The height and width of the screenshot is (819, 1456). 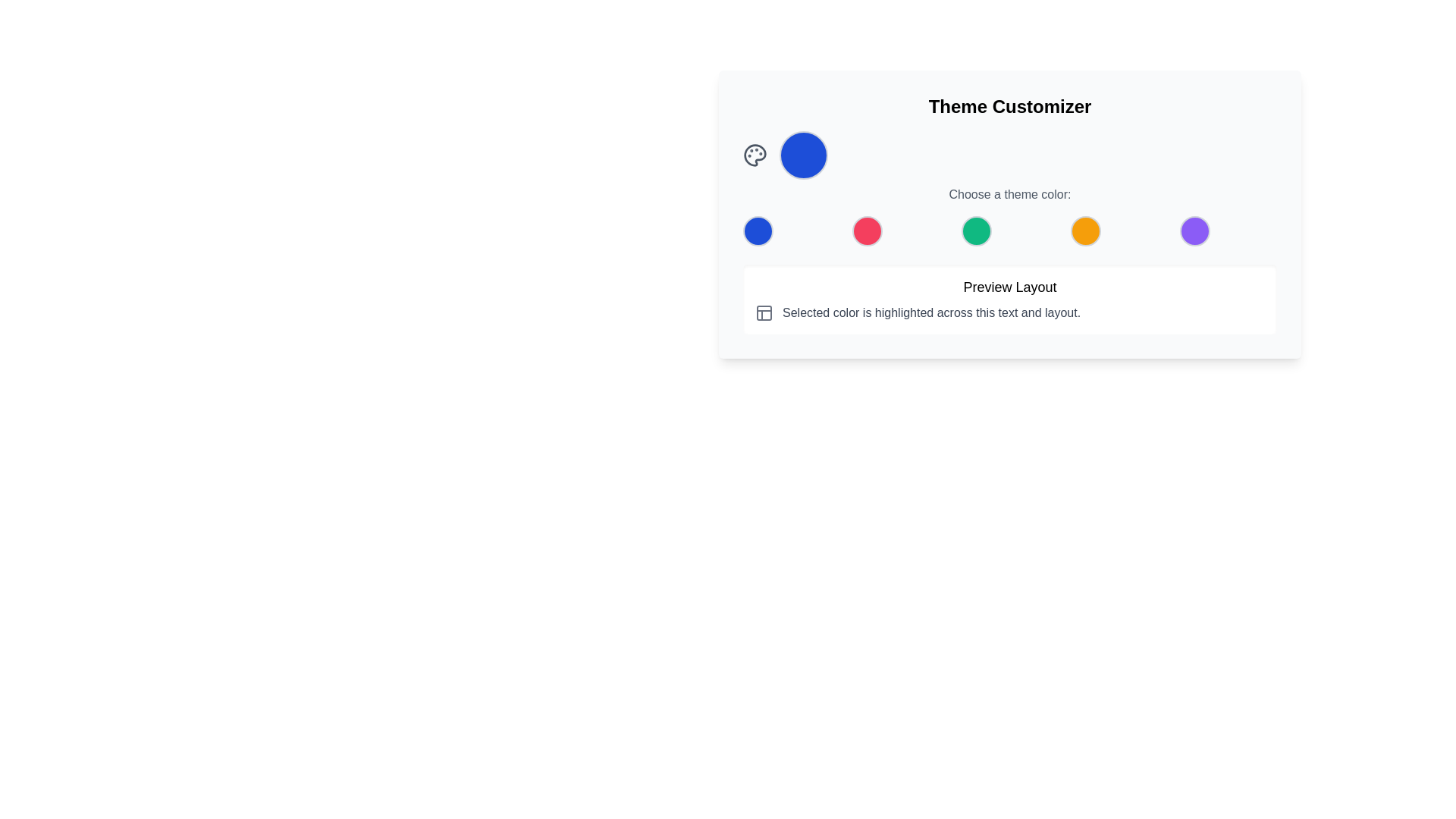 I want to click on the circular color palette icon that represents color customization, located at the top-left area of the interface, so click(x=755, y=155).